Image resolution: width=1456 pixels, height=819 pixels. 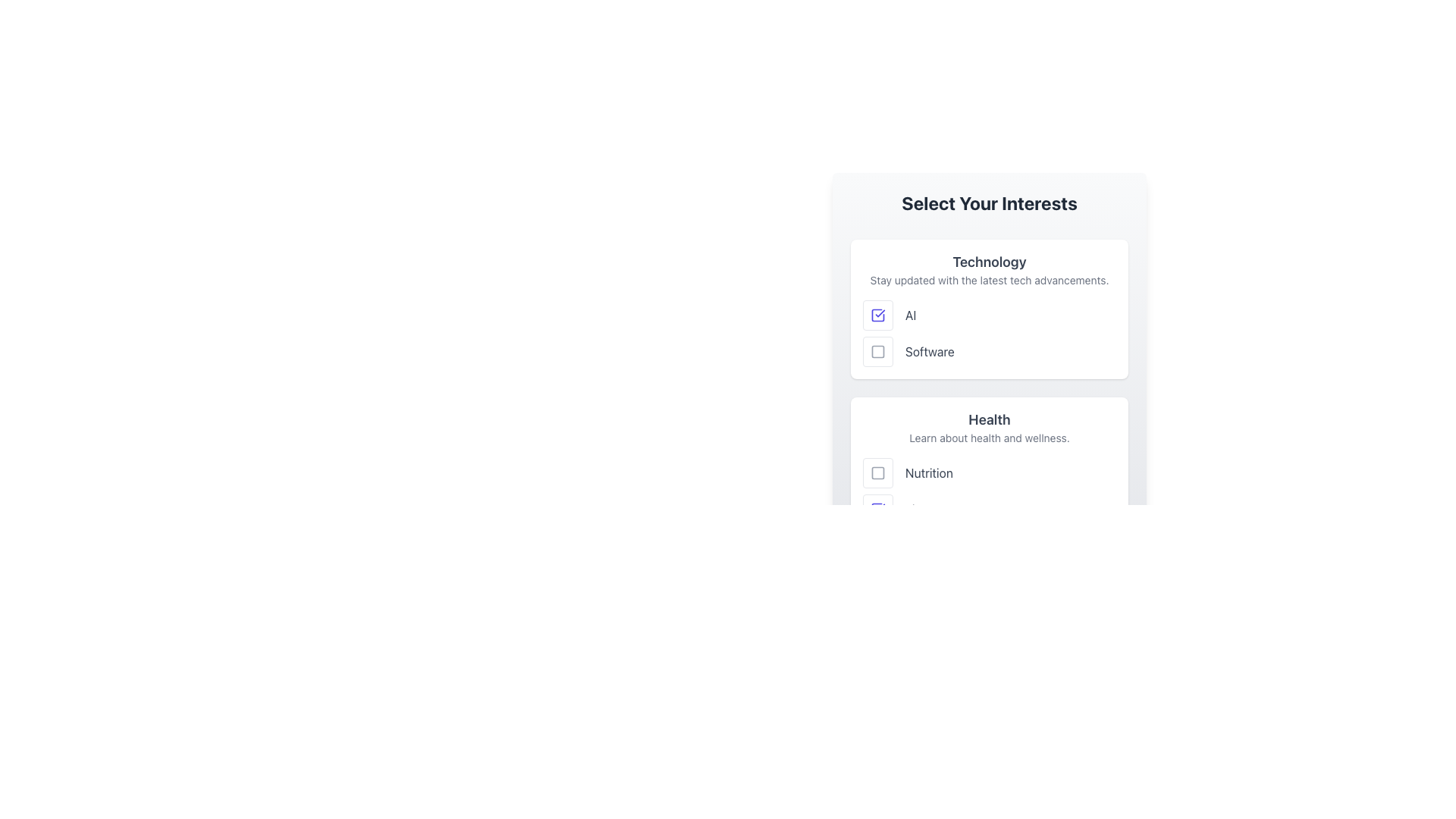 I want to click on the text label describing the 'Nutrition' interest checkbox located in the 'Select Your Interests' panel under the 'Health' section, so click(x=928, y=472).